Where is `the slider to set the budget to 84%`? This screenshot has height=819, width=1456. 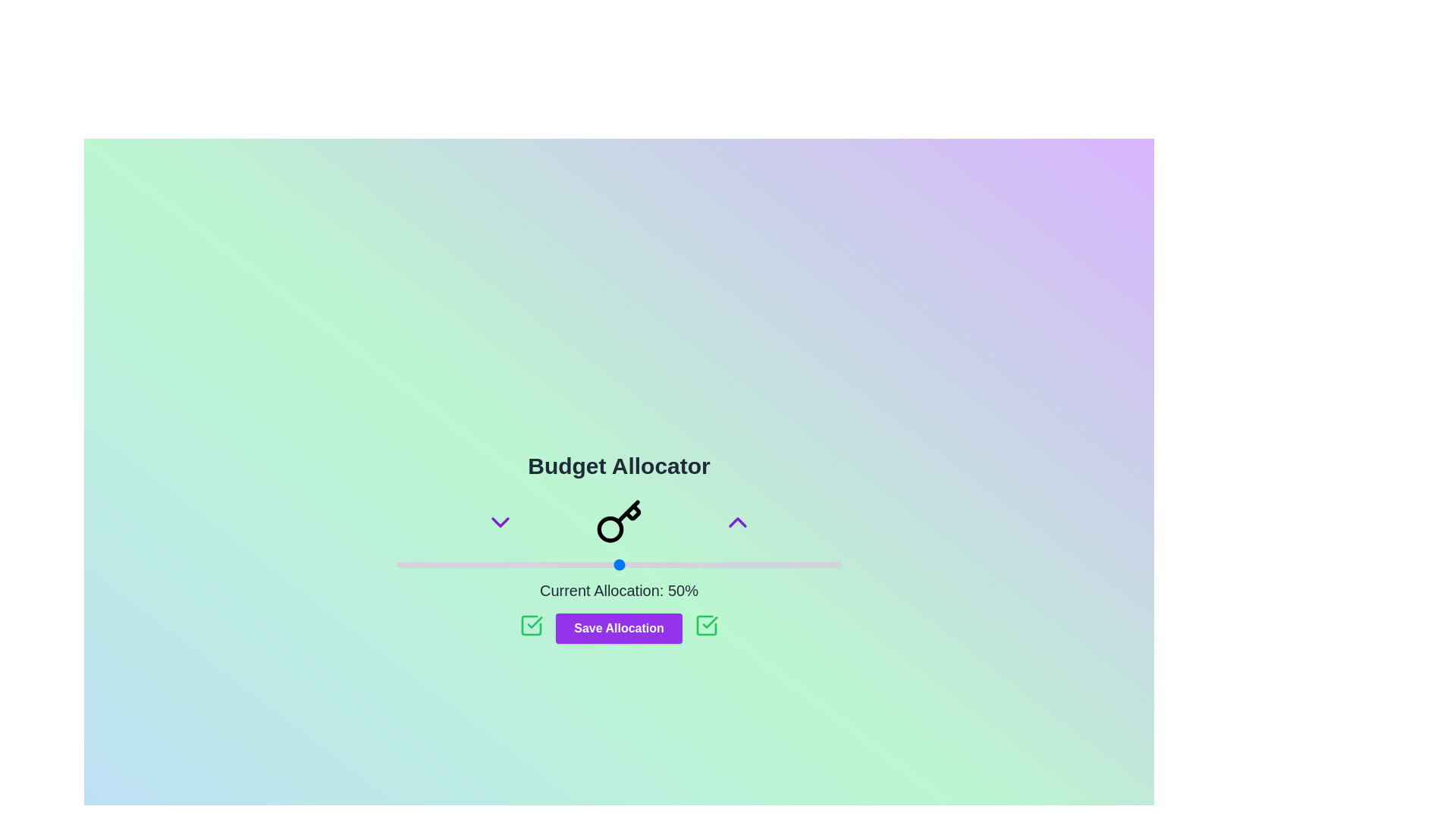 the slider to set the budget to 84% is located at coordinates (770, 564).